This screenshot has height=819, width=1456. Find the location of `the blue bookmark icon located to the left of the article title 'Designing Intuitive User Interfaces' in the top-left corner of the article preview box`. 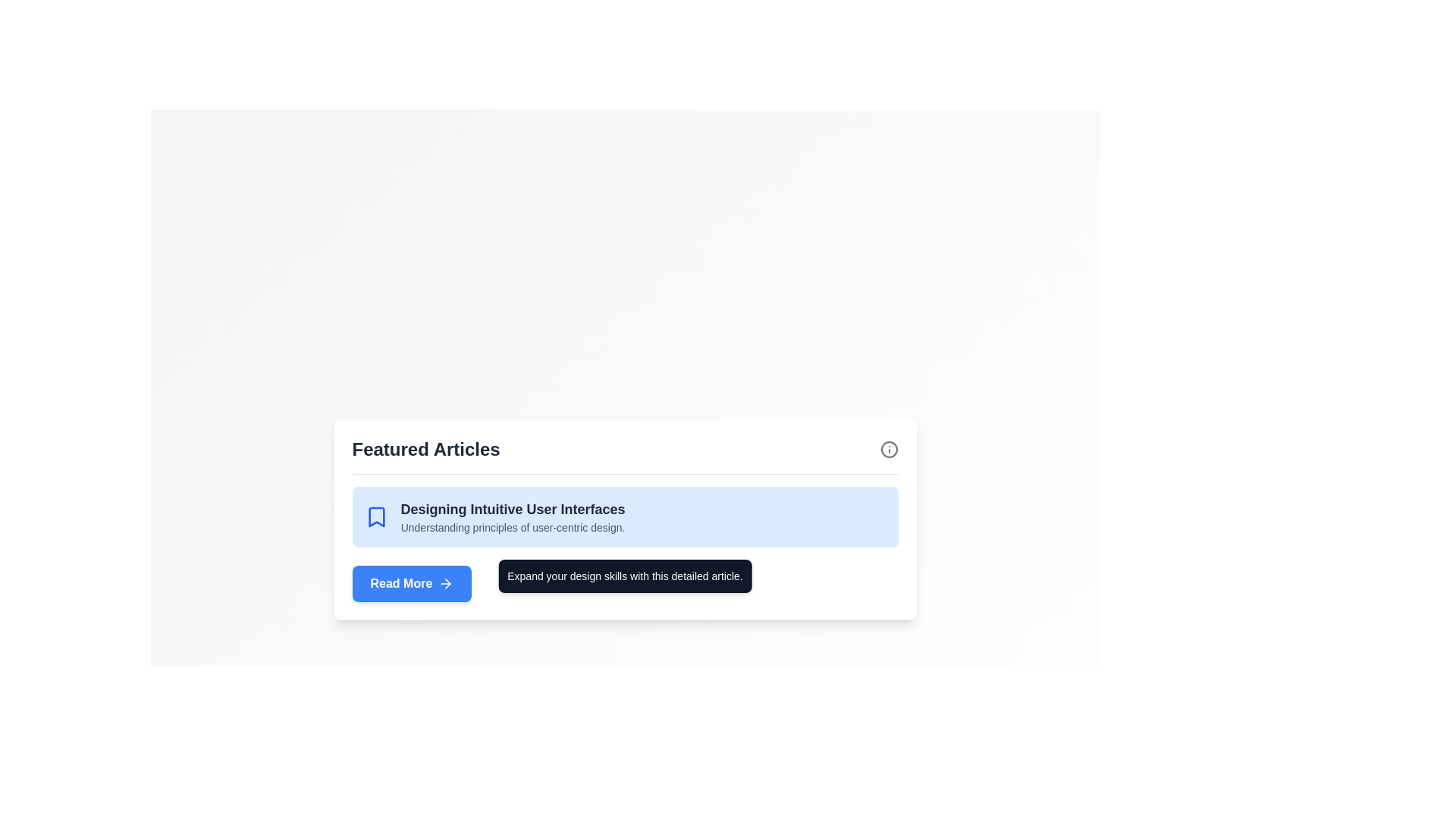

the blue bookmark icon located to the left of the article title 'Designing Intuitive User Interfaces' in the top-left corner of the article preview box is located at coordinates (376, 516).